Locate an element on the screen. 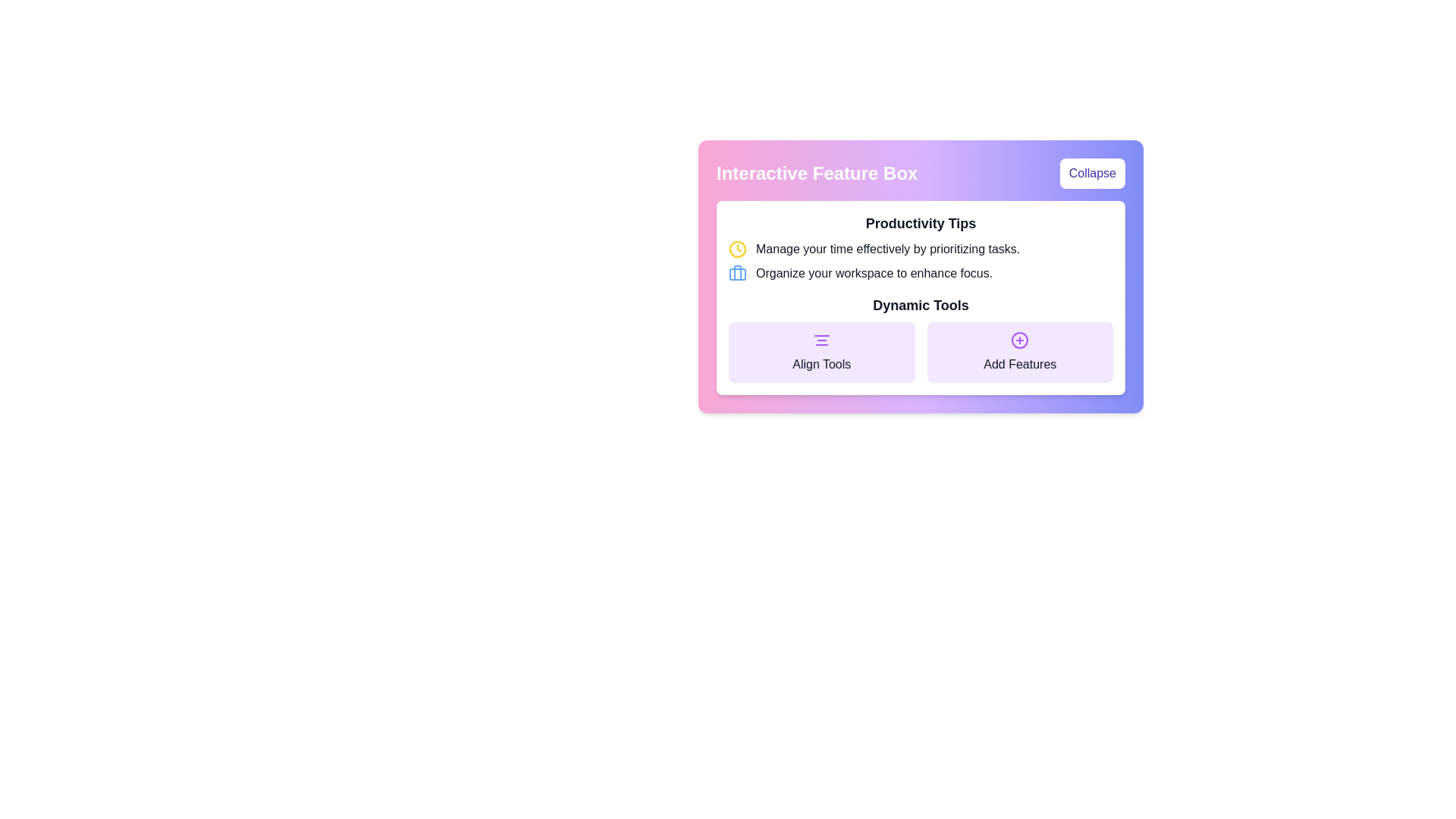 This screenshot has width=1456, height=819. the Informational Section that presents productivity tips, located within the 'Interactive Feature Box', directly below the box's title and above 'Dynamic Tools' is located at coordinates (920, 247).